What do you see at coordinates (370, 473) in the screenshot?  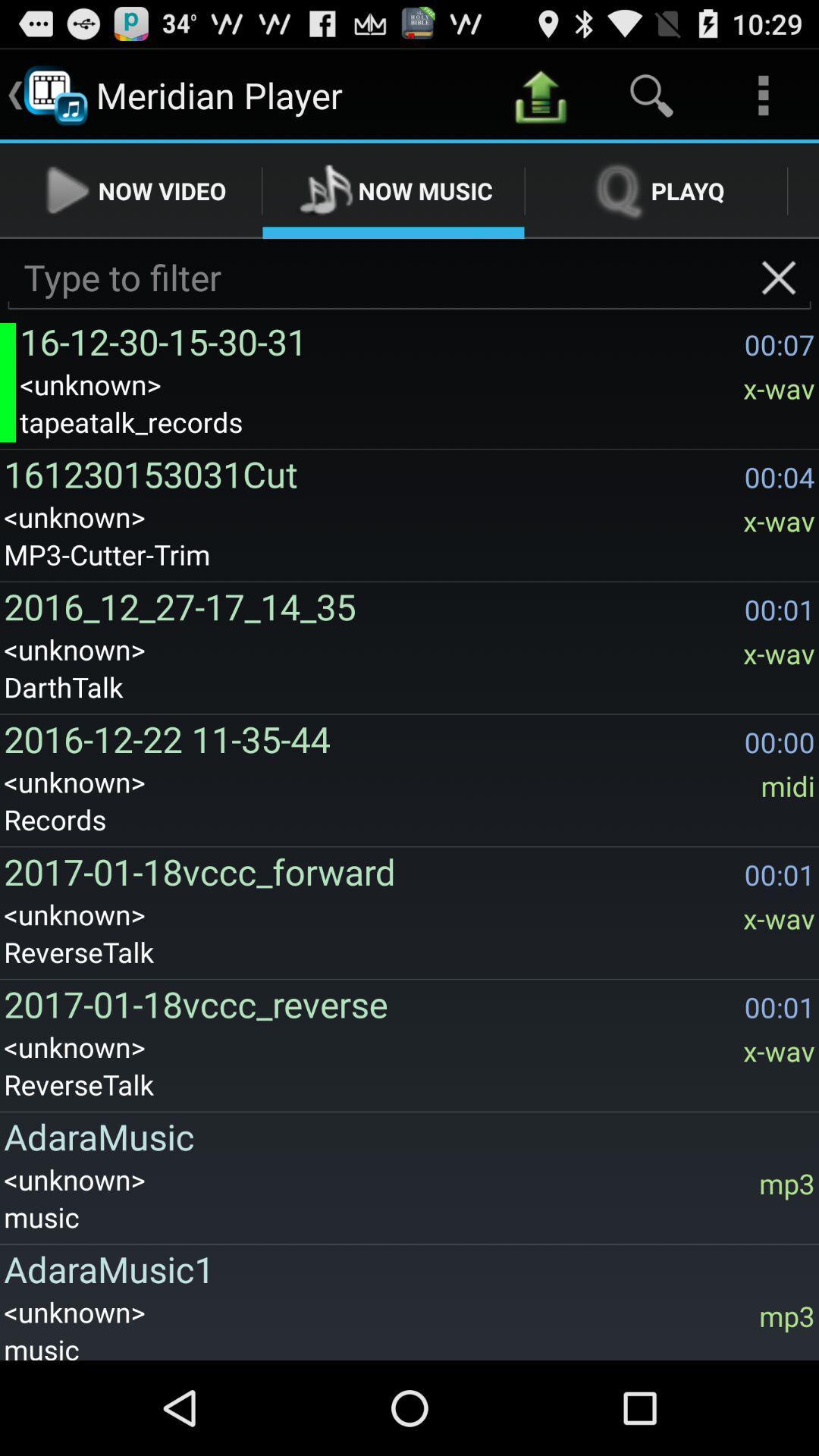 I see `161230153031cut app` at bounding box center [370, 473].